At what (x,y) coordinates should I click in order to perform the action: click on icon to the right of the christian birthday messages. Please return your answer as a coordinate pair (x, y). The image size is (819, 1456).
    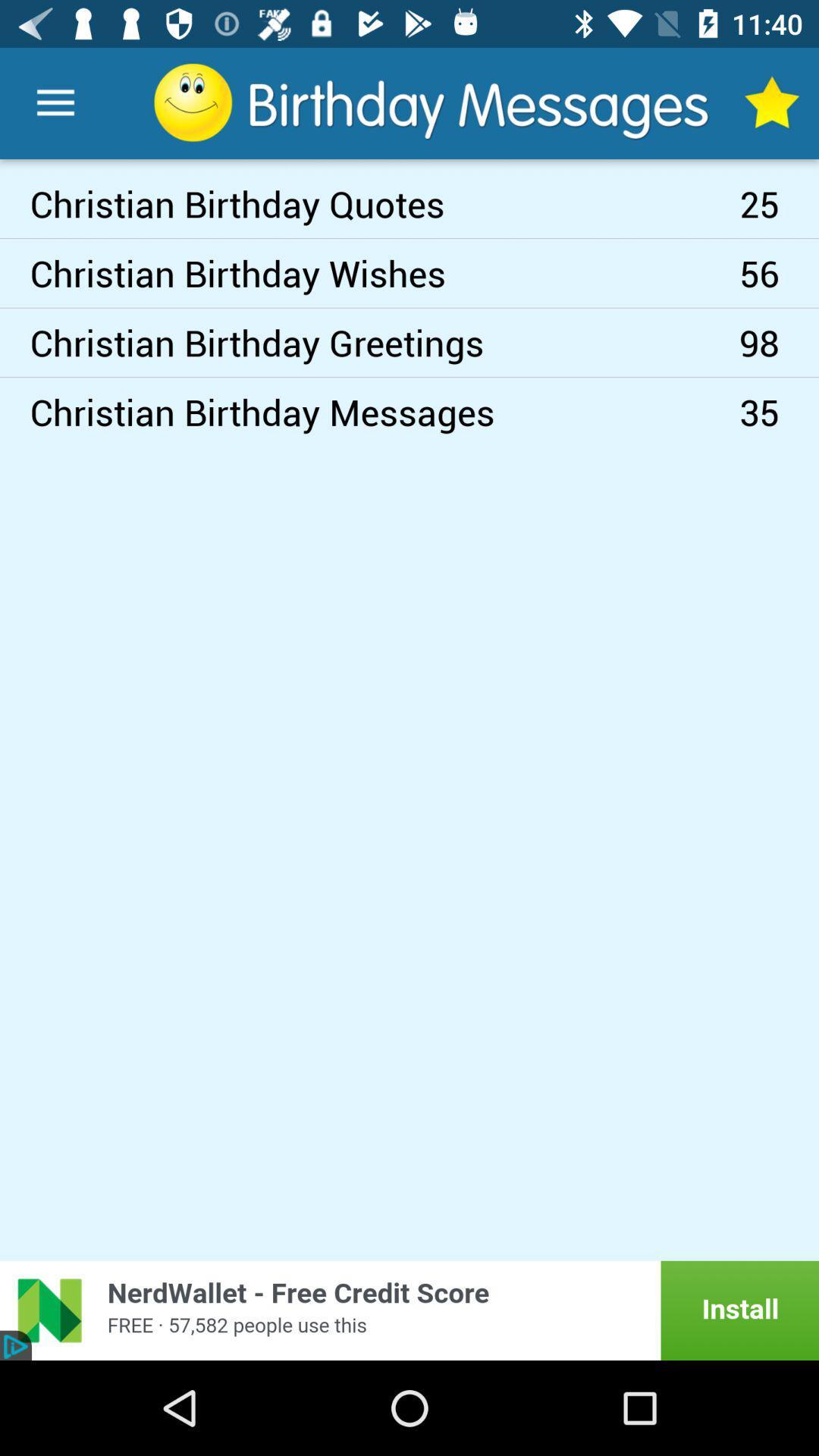
    Looking at the image, I should click on (779, 412).